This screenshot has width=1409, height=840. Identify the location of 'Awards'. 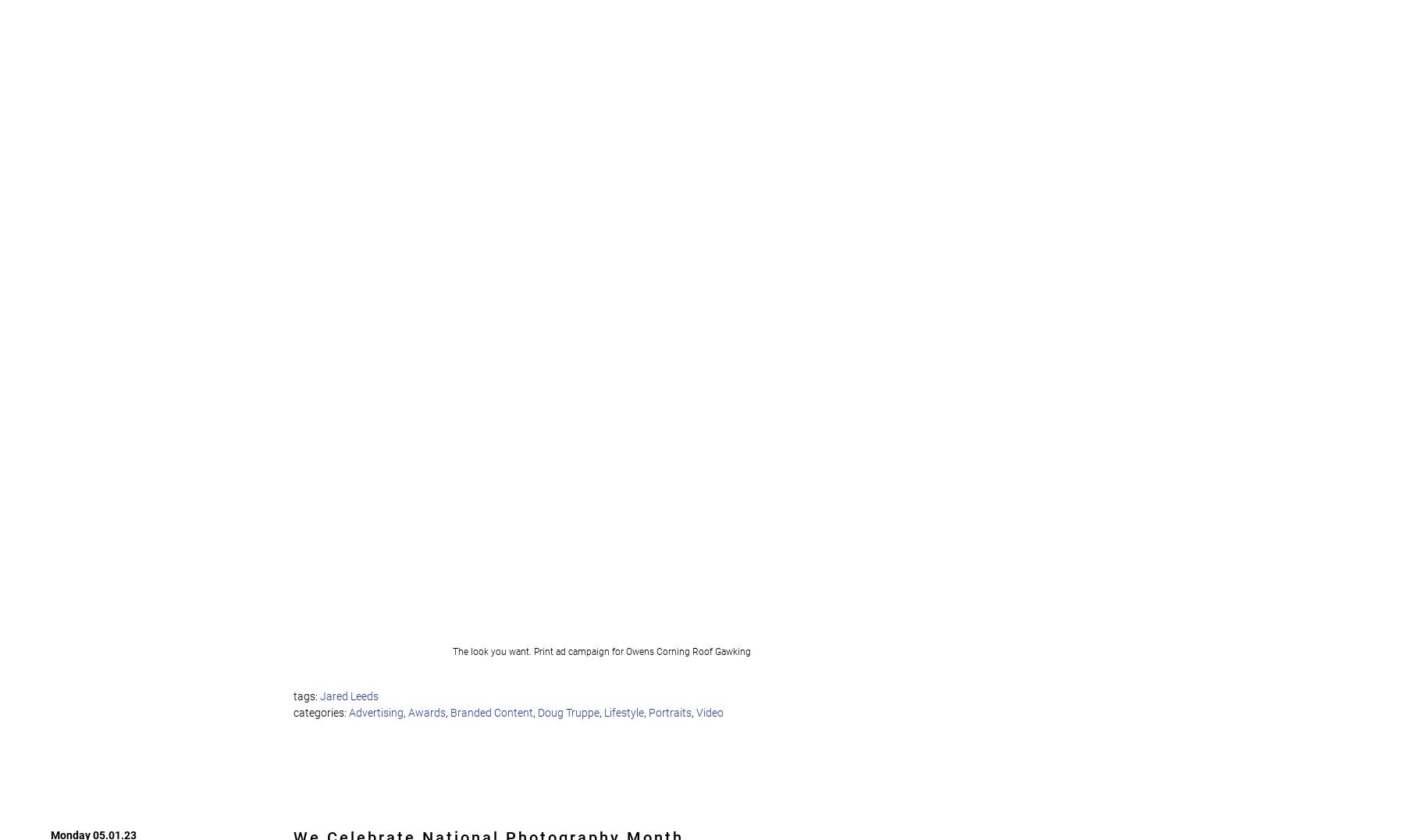
(408, 711).